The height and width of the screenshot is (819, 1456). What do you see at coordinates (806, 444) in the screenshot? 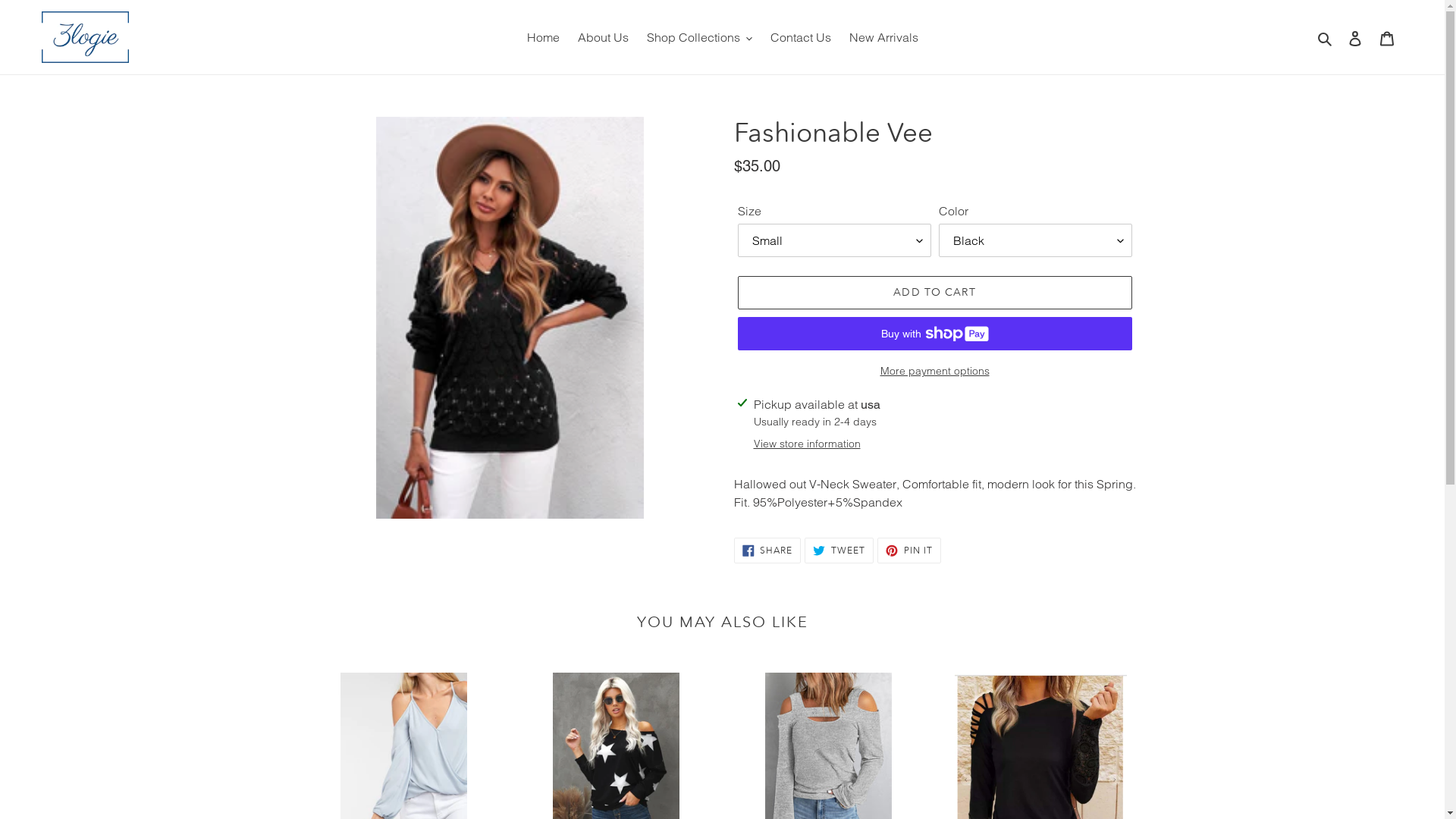
I see `'View store information'` at bounding box center [806, 444].